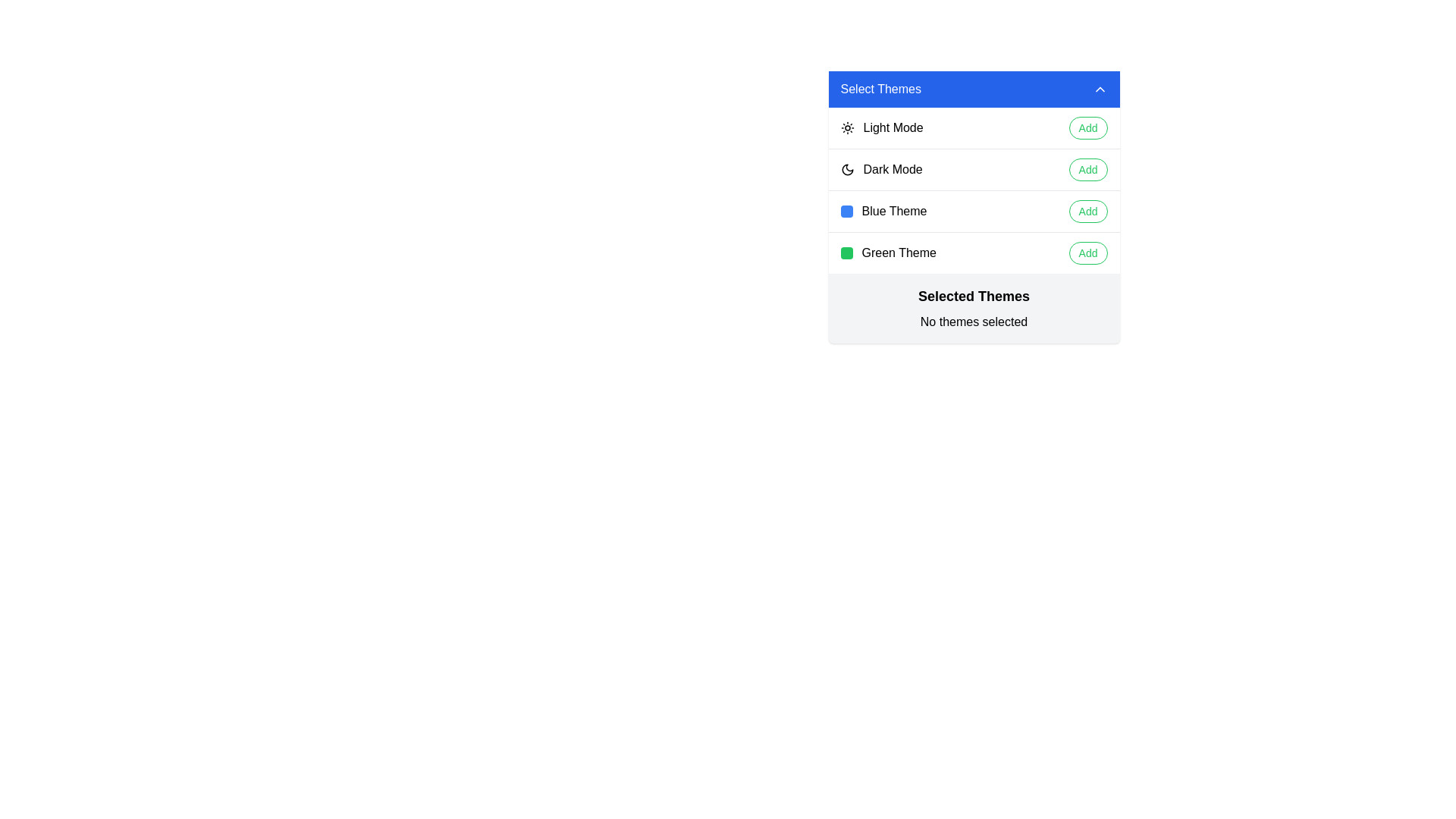  What do you see at coordinates (846, 127) in the screenshot?
I see `the 'Light Mode' theme icon, which is located to the left of the 'Light Mode' text at the top of the options under 'Select Themes'` at bounding box center [846, 127].